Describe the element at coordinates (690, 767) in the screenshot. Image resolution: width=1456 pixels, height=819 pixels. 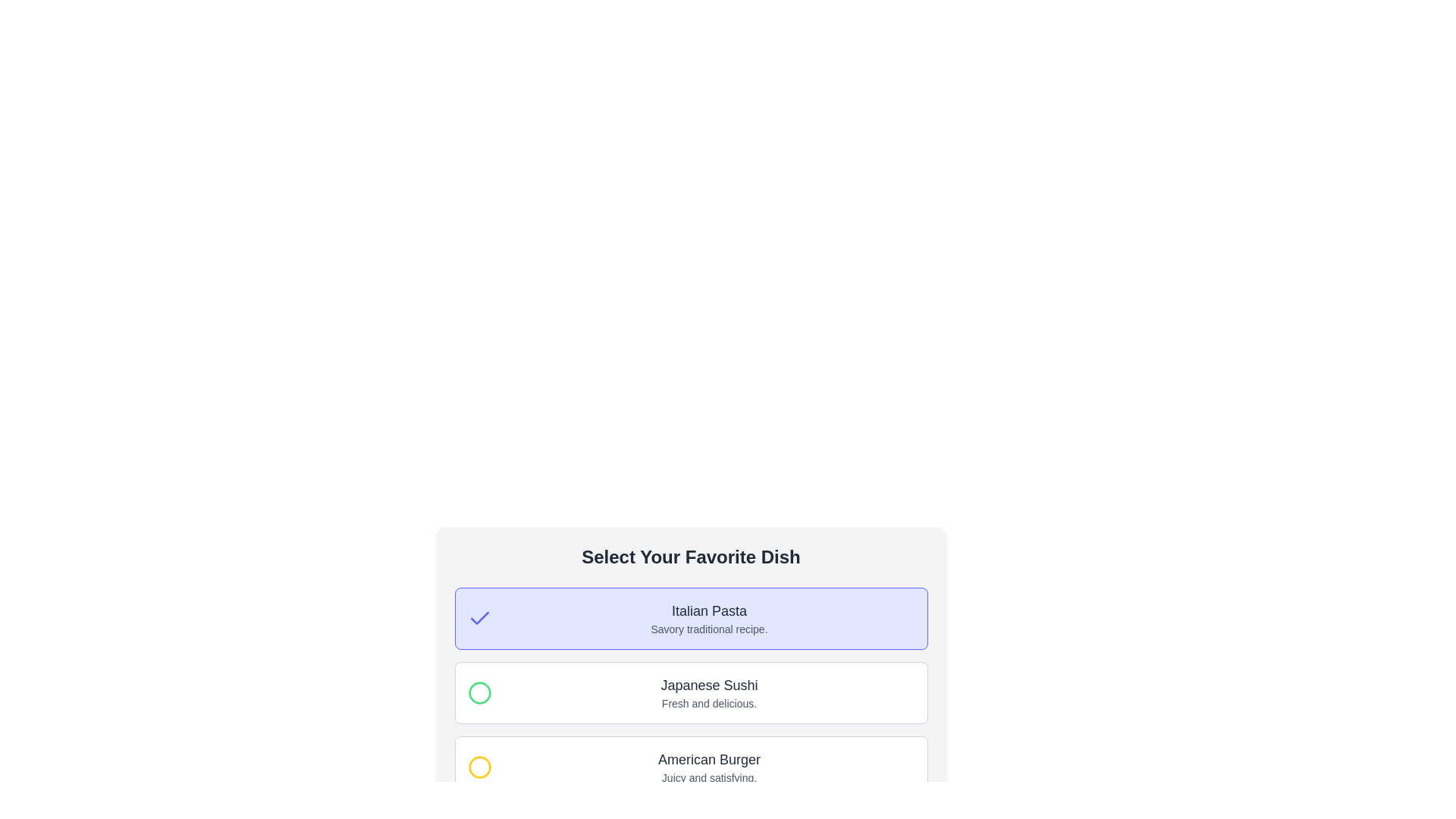
I see `the selectable option labeled 'American Burger' that is part of the list under 'Select Your Favorite Dish', which is the third option with an unselected circular icon` at that location.